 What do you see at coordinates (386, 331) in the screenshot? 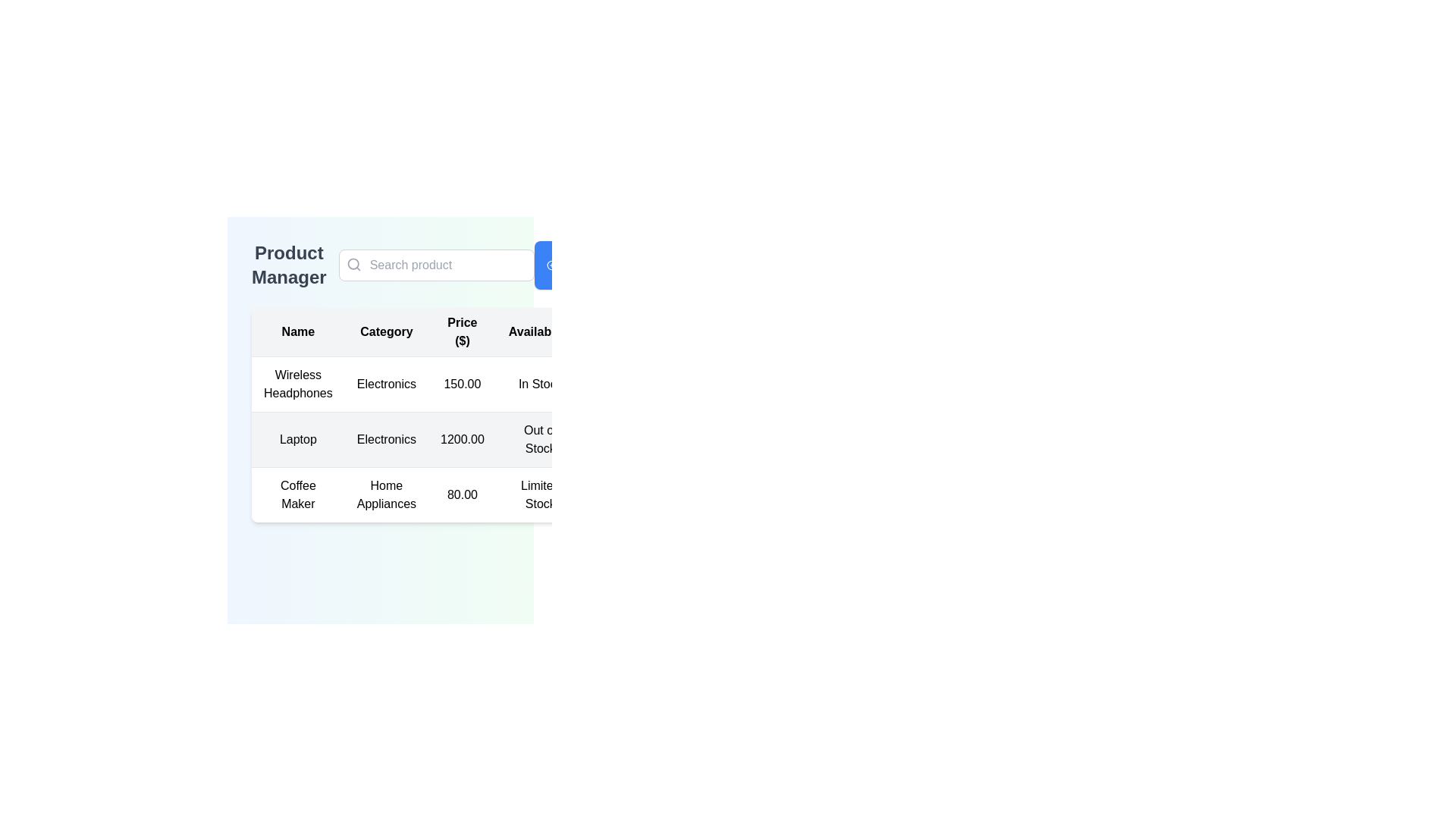
I see `text of the 'Category' column header in the table, which is the second header in the row of table headers, located towards the upper section of the data grid` at bounding box center [386, 331].